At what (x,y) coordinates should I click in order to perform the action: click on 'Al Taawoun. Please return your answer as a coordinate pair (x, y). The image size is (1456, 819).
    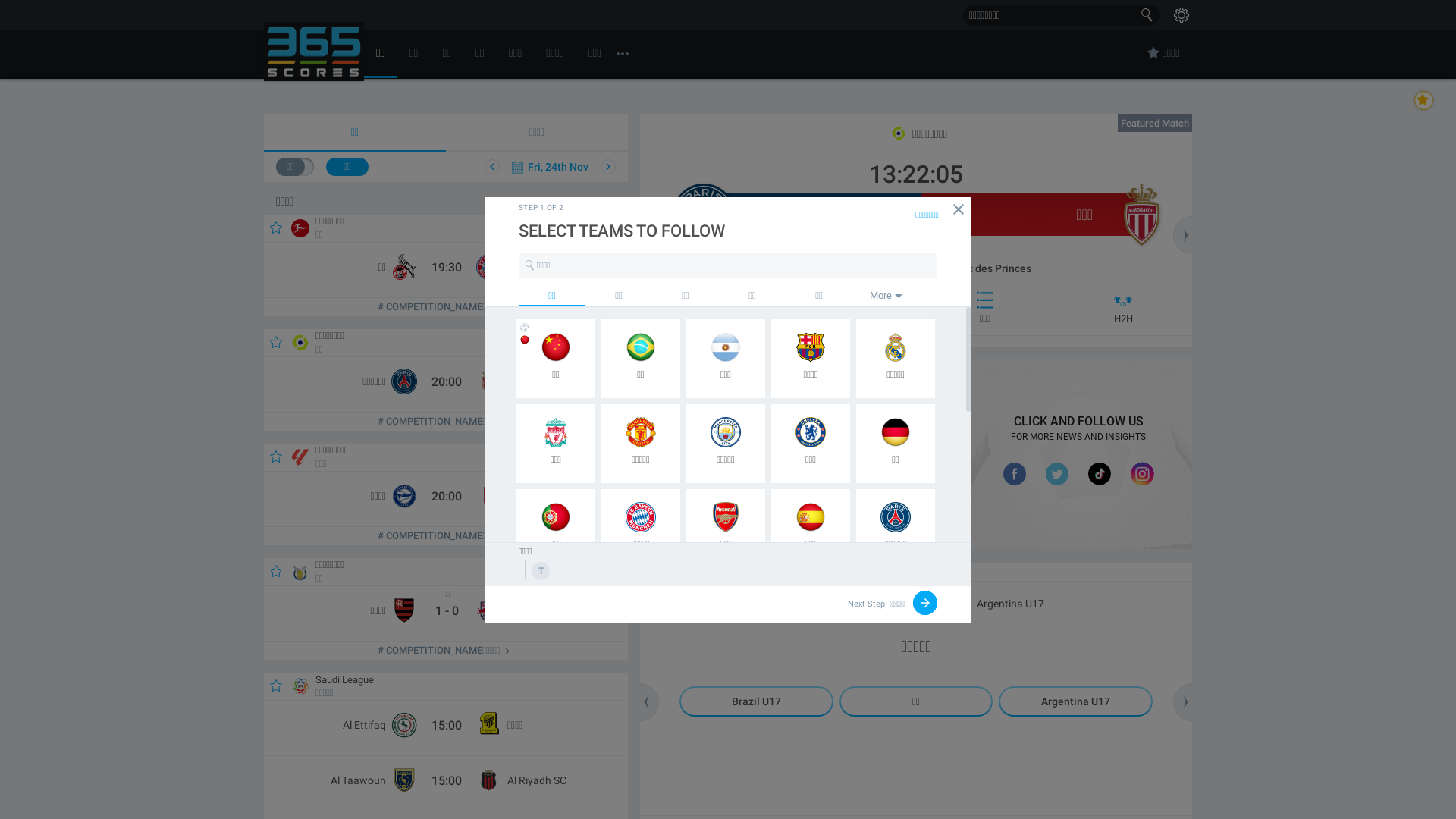
    Looking at the image, I should click on (443, 783).